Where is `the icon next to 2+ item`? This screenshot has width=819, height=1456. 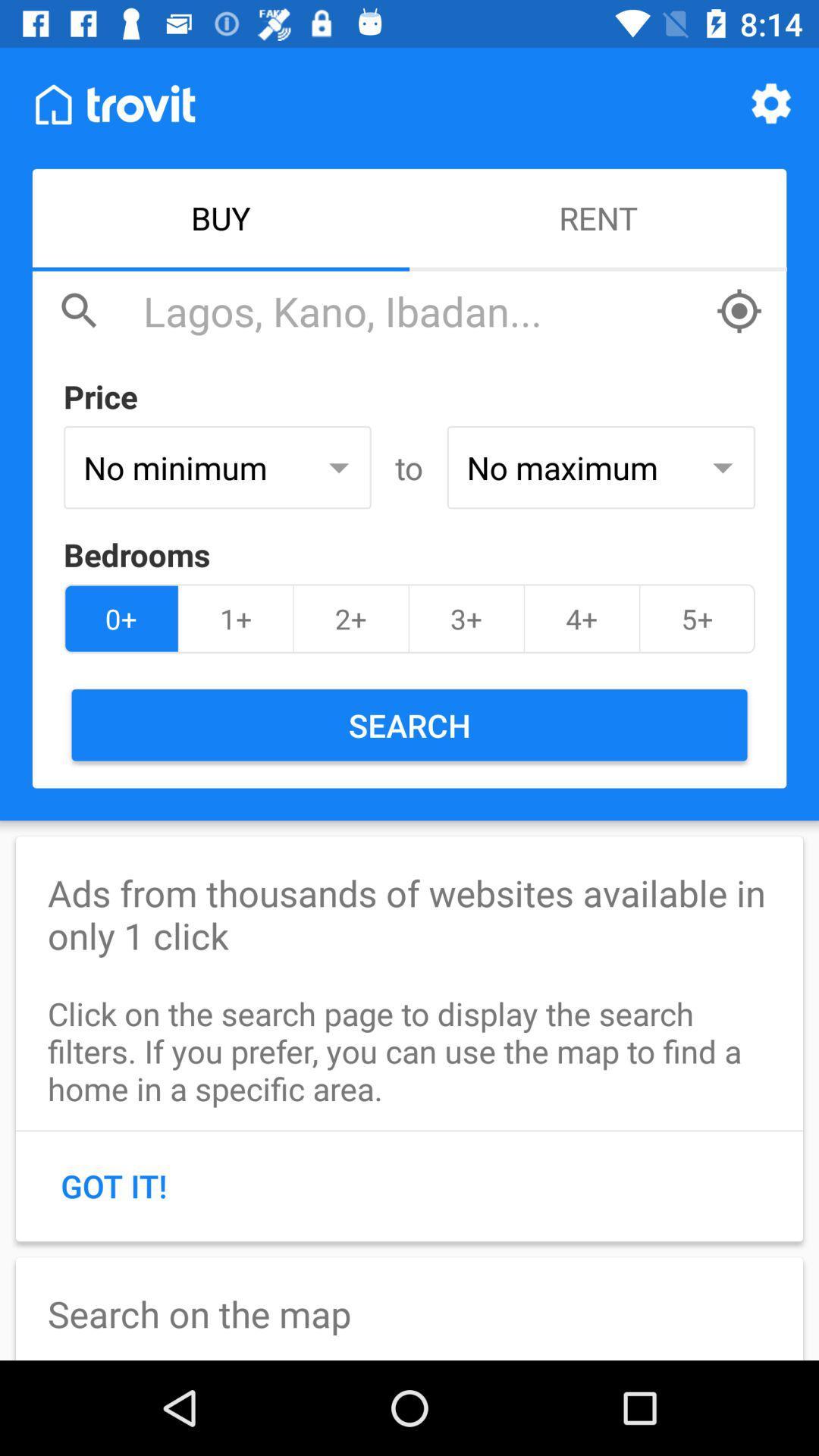
the icon next to 2+ item is located at coordinates (466, 619).